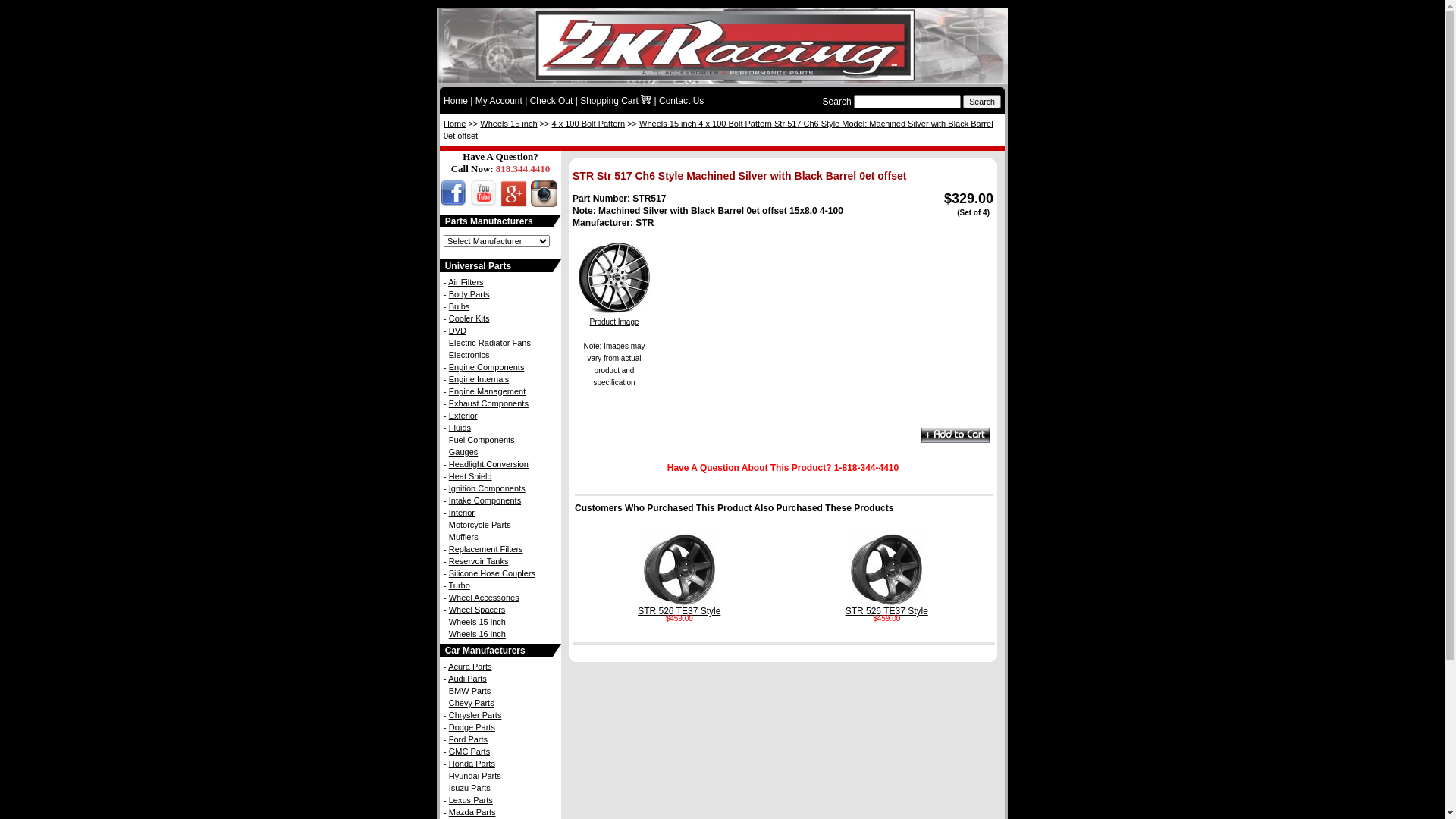  What do you see at coordinates (469, 799) in the screenshot?
I see `'Lexus Parts'` at bounding box center [469, 799].